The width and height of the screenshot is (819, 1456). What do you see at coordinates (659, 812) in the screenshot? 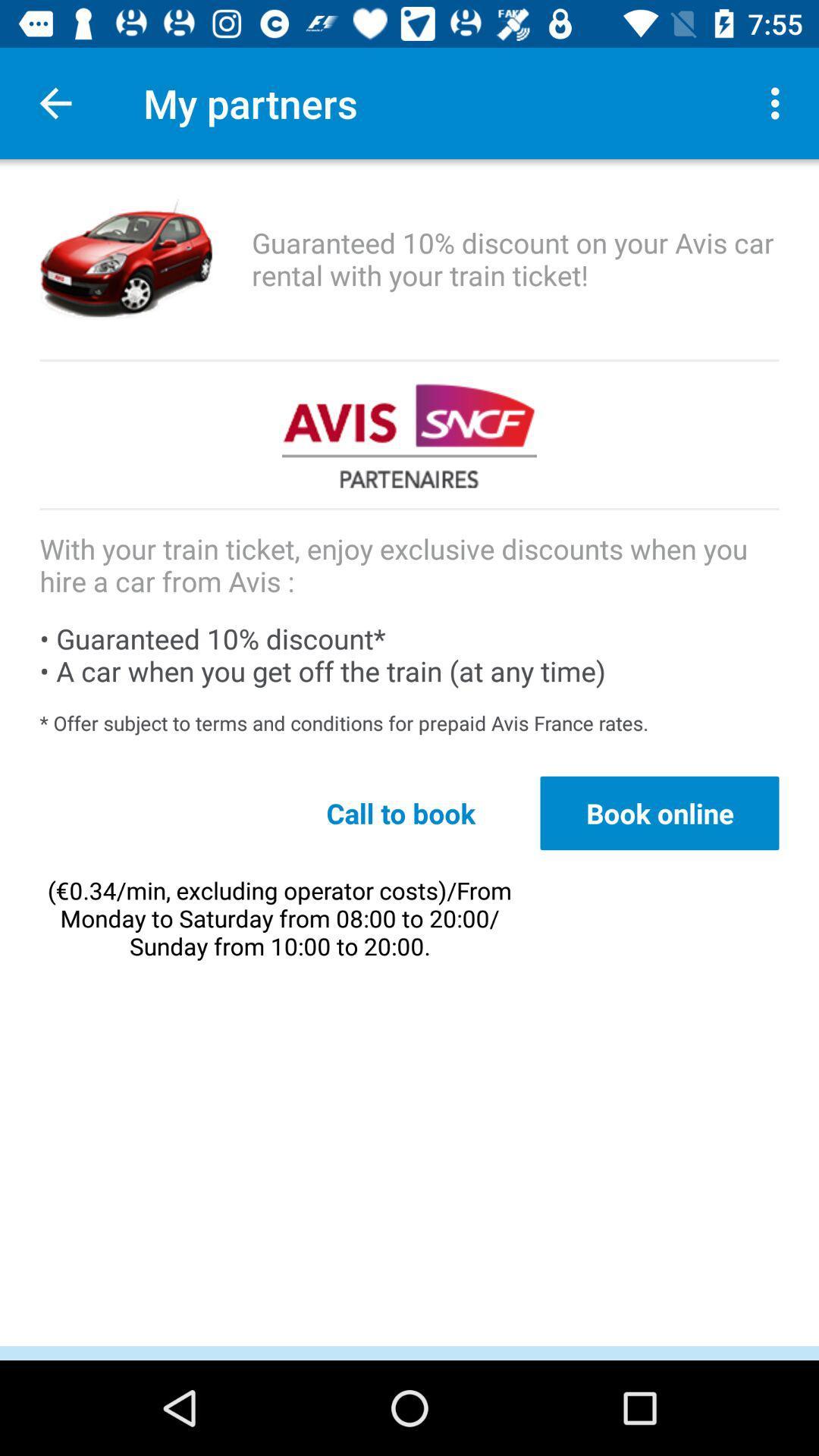
I see `book online icon` at bounding box center [659, 812].